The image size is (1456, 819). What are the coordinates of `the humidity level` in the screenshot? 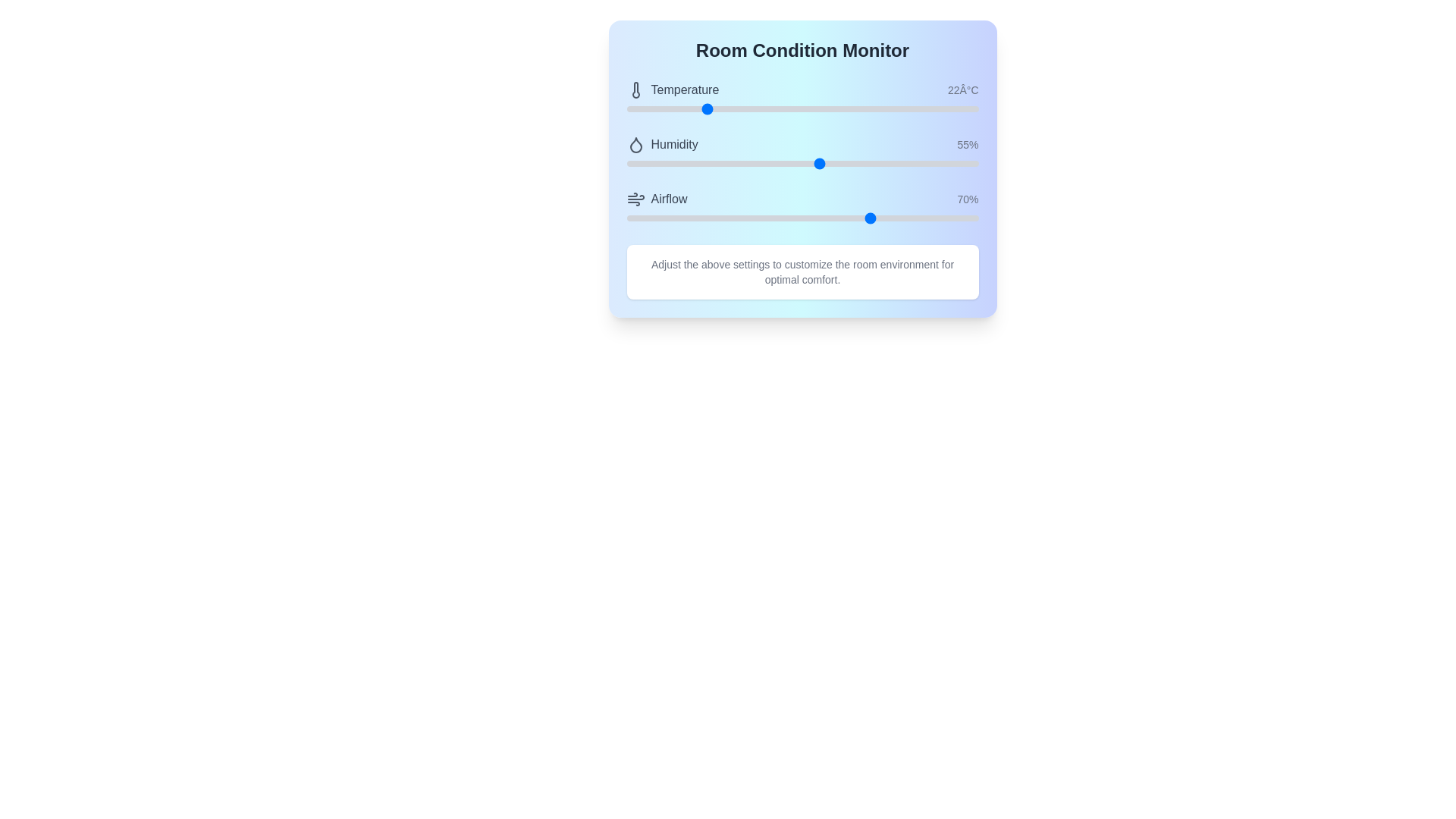 It's located at (844, 164).